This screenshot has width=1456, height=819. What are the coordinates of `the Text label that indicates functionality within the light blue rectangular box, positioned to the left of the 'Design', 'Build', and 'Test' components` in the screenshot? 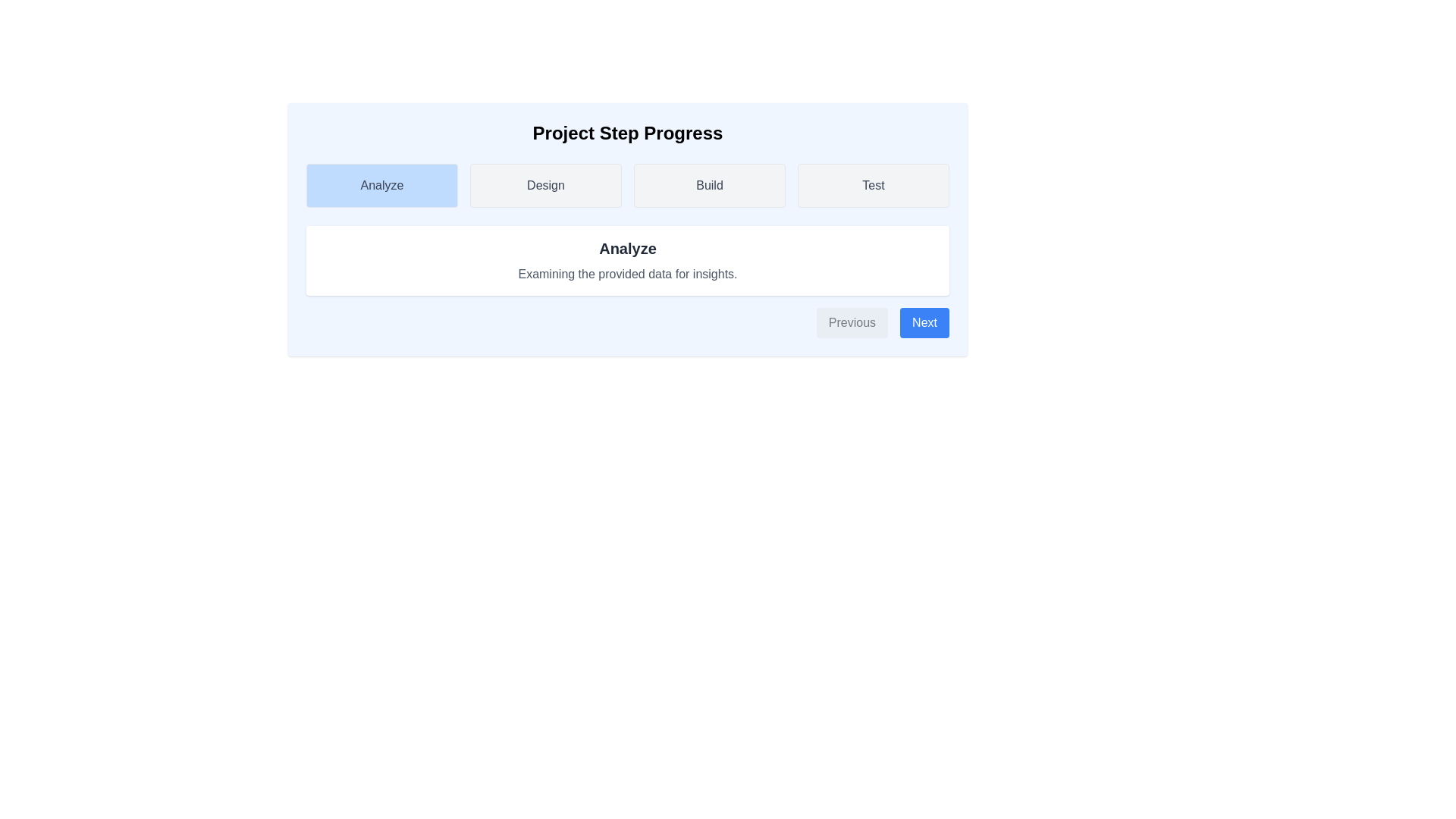 It's located at (382, 184).